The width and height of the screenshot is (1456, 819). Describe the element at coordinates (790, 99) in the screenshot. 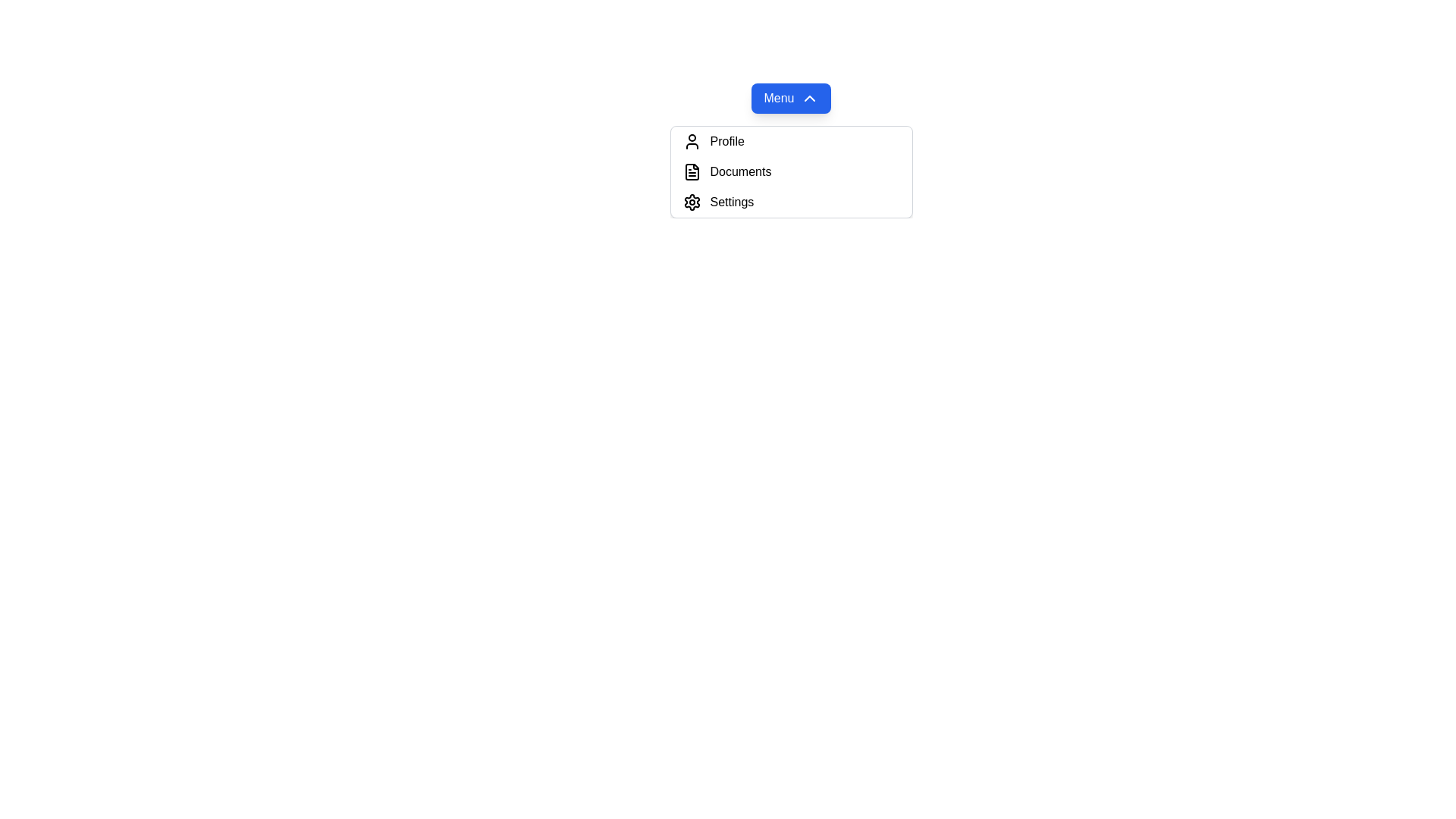

I see `the toggle button` at that location.